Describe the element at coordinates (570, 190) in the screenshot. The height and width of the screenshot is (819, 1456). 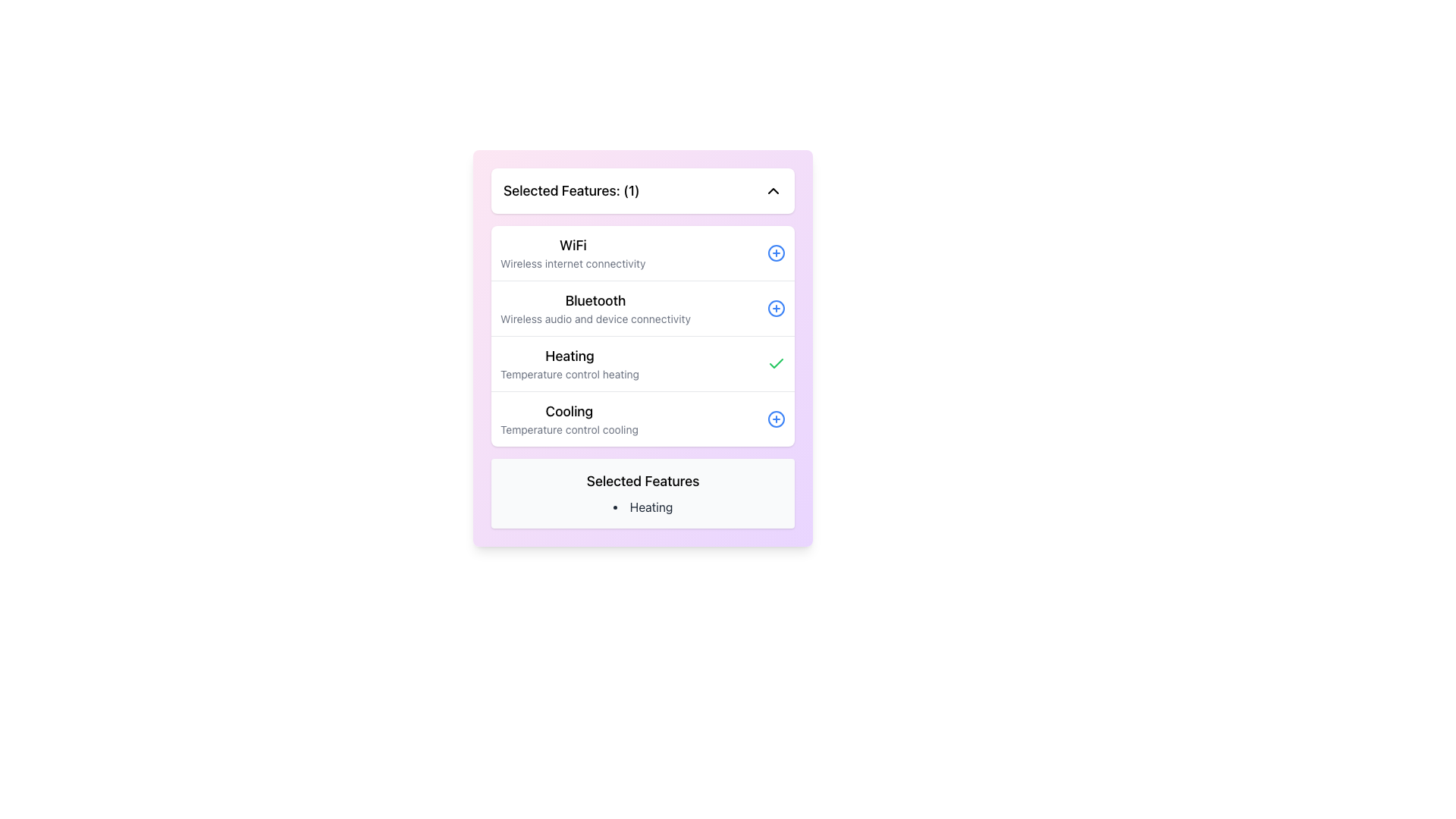
I see `the text label displaying 'Selected Features: (1)' which is located at the top of the selection panel, positioned directly left of a dropdown arrow icon` at that location.